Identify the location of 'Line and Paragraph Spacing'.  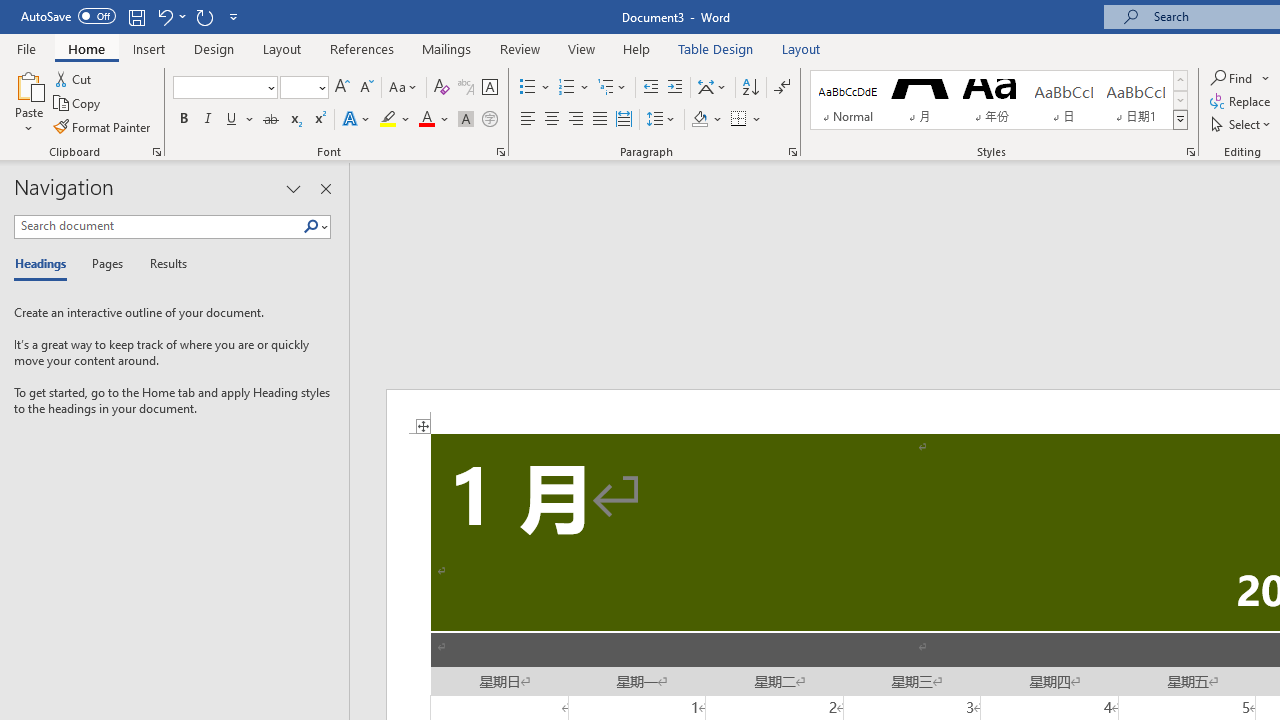
(661, 119).